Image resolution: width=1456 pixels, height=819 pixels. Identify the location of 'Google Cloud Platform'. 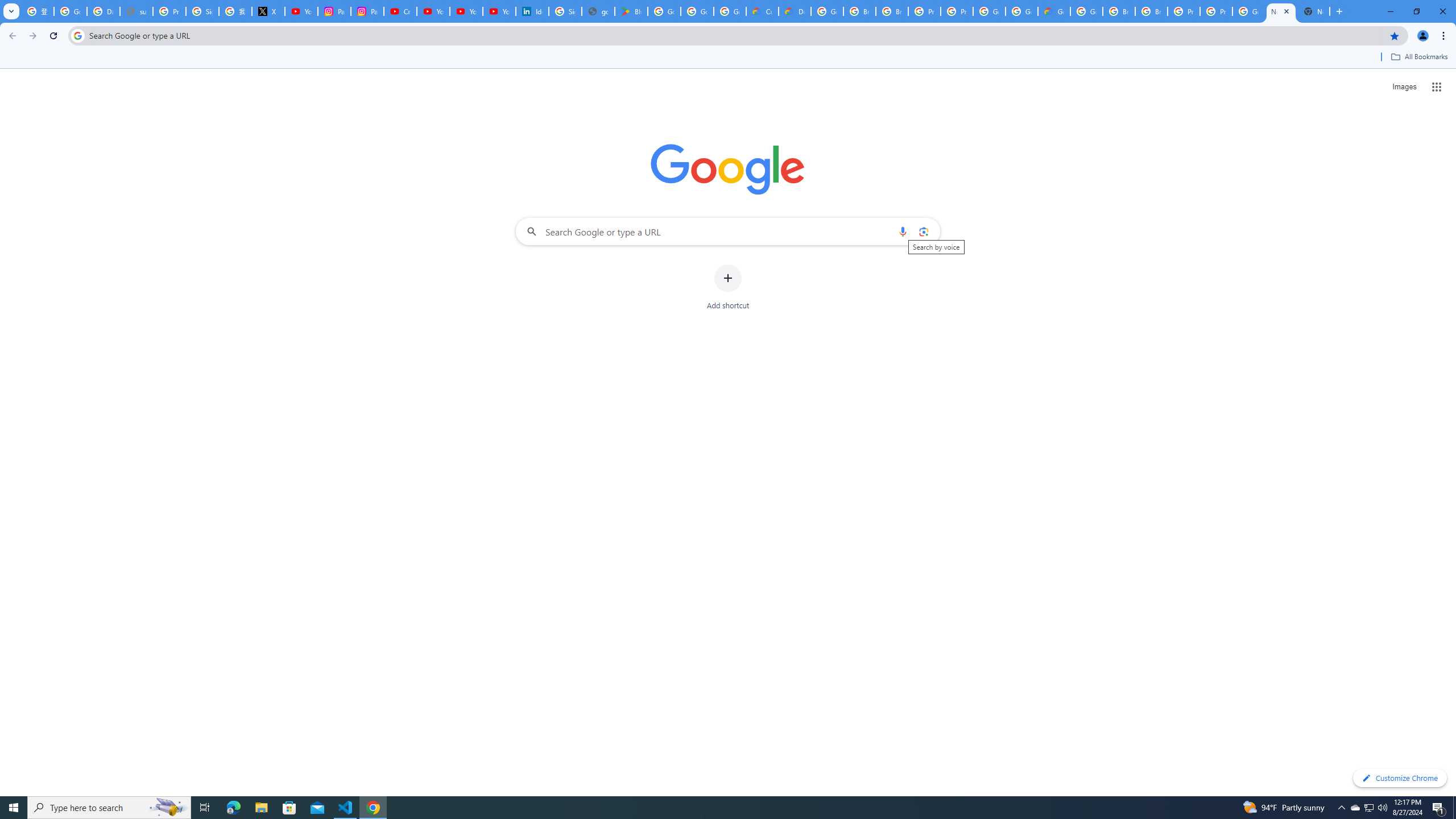
(1087, 11).